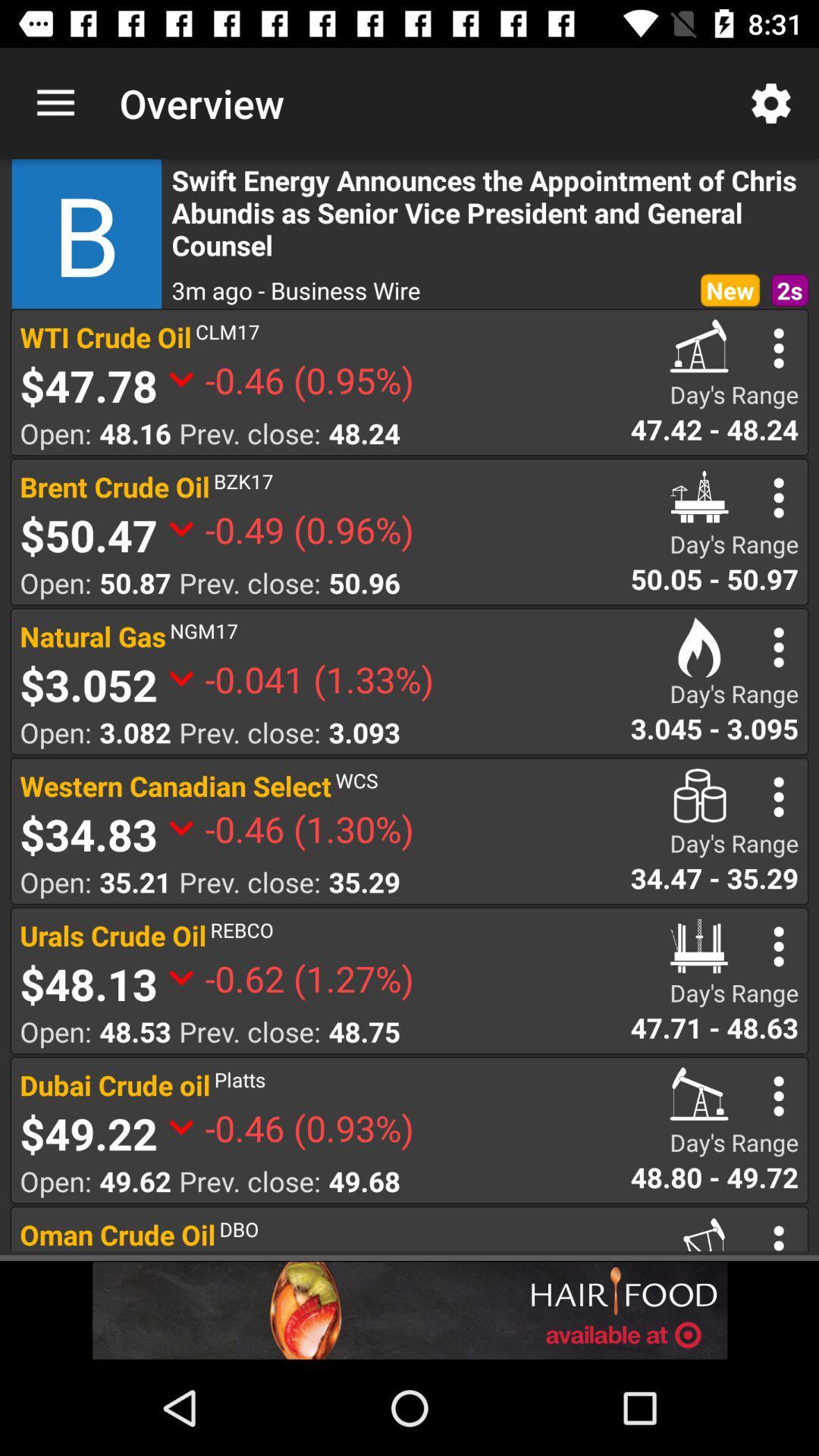 This screenshot has height=1456, width=819. I want to click on expand menu, so click(779, 946).